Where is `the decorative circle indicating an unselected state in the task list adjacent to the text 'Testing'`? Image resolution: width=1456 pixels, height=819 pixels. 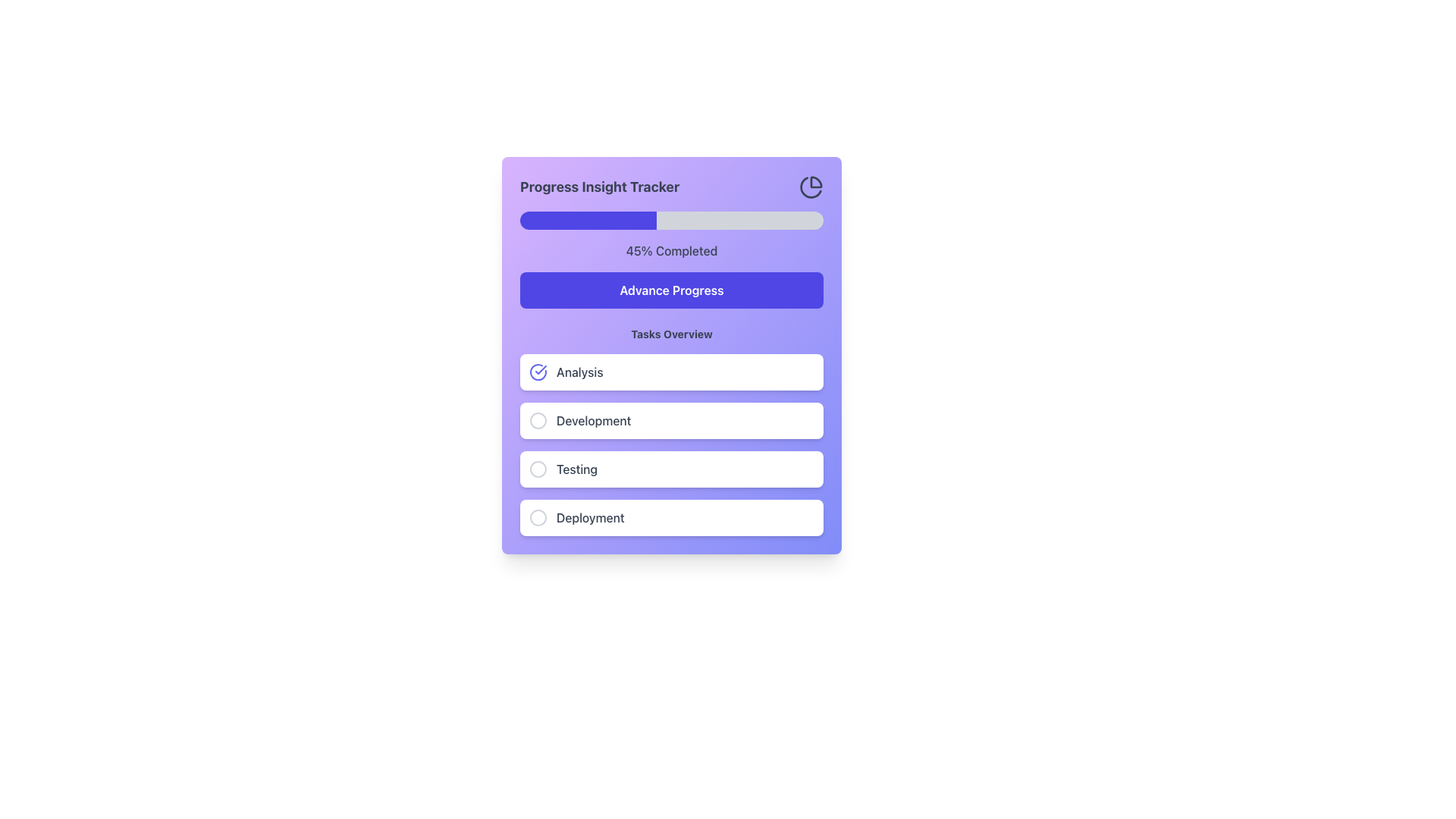 the decorative circle indicating an unselected state in the task list adjacent to the text 'Testing' is located at coordinates (538, 468).